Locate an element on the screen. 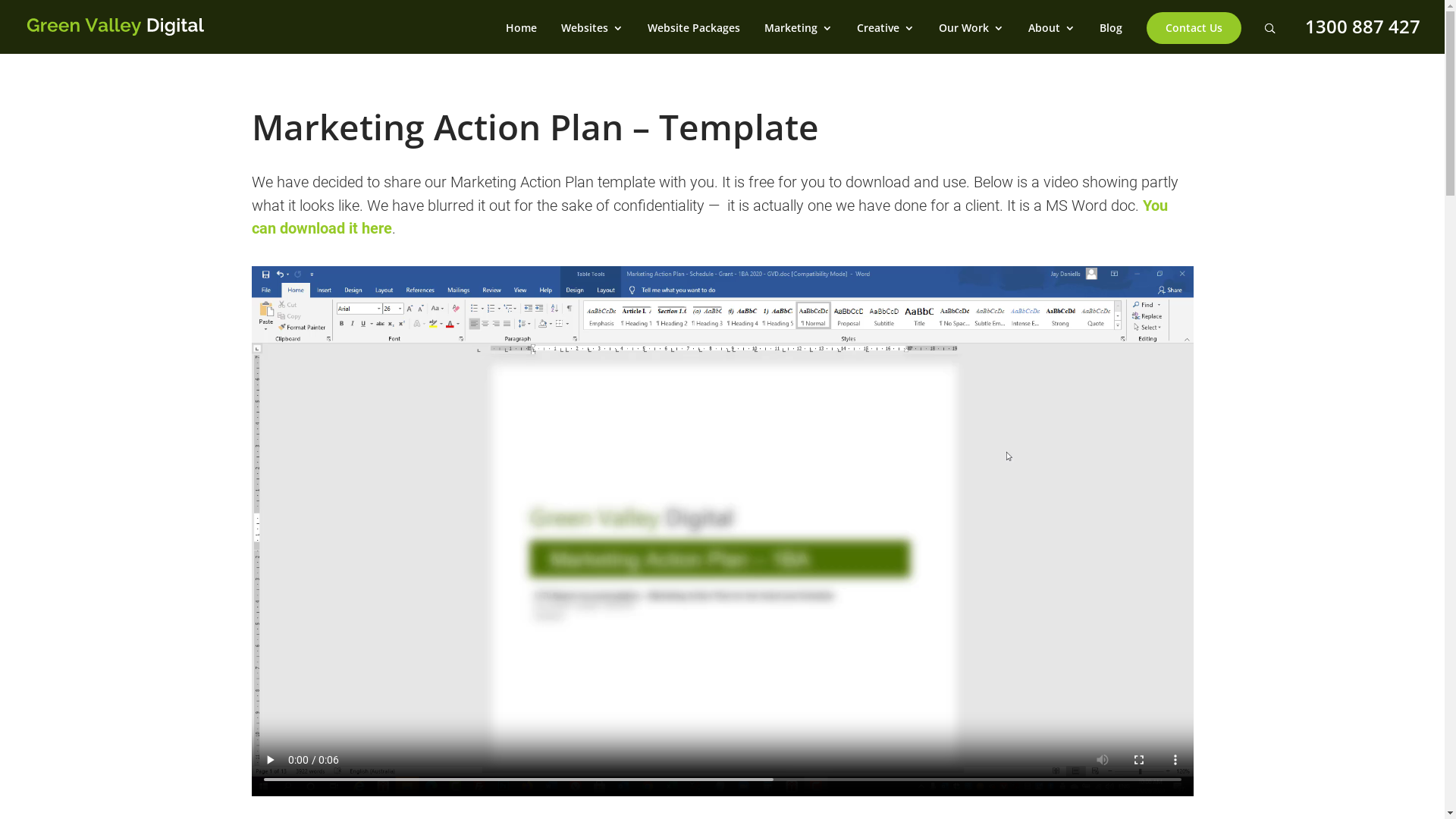  'Creative' is located at coordinates (885, 37).